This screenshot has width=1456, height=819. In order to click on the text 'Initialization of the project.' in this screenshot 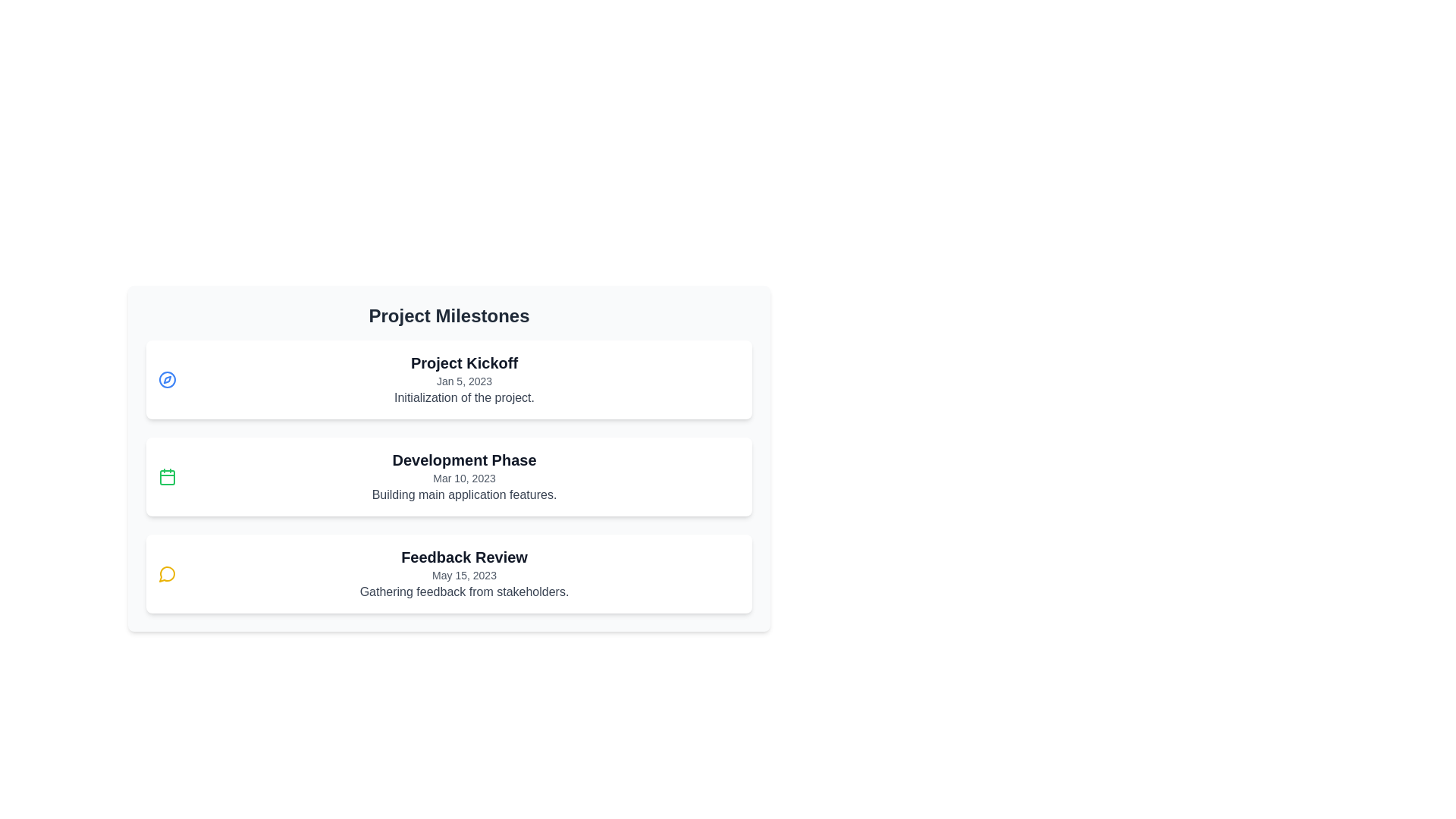, I will do `click(463, 397)`.